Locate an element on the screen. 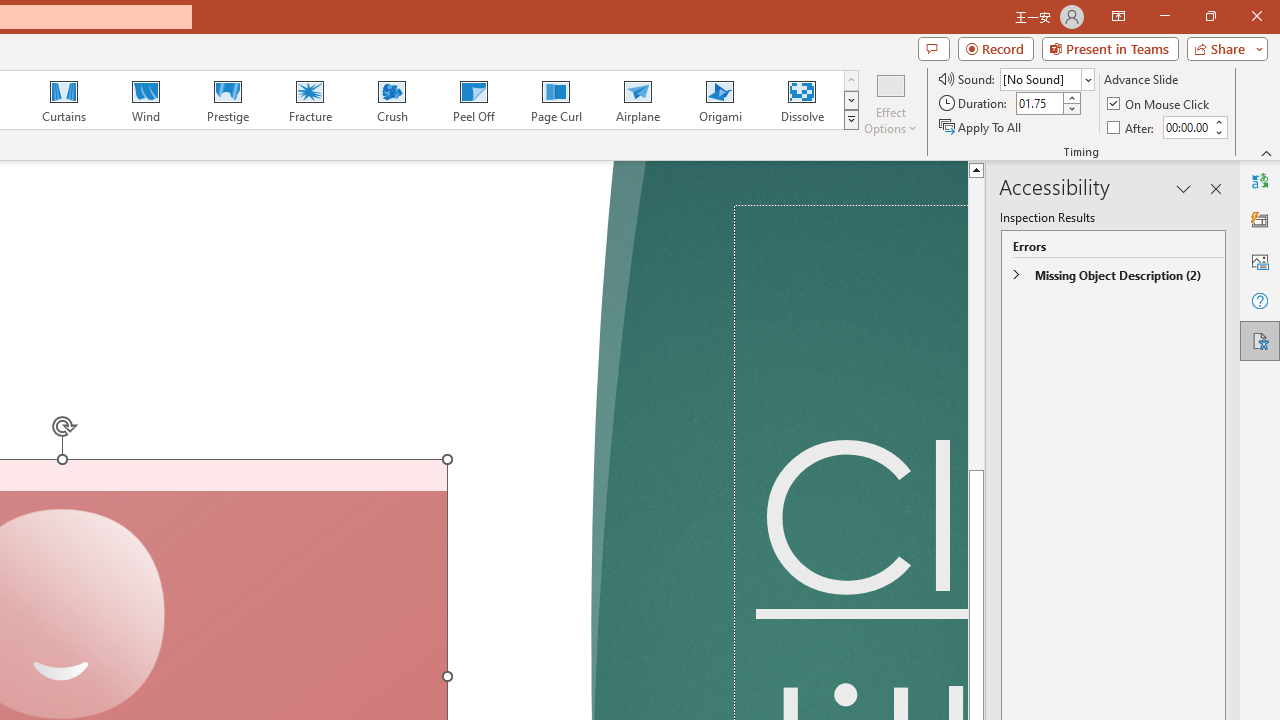  'Collapse the Ribbon' is located at coordinates (1266, 152).